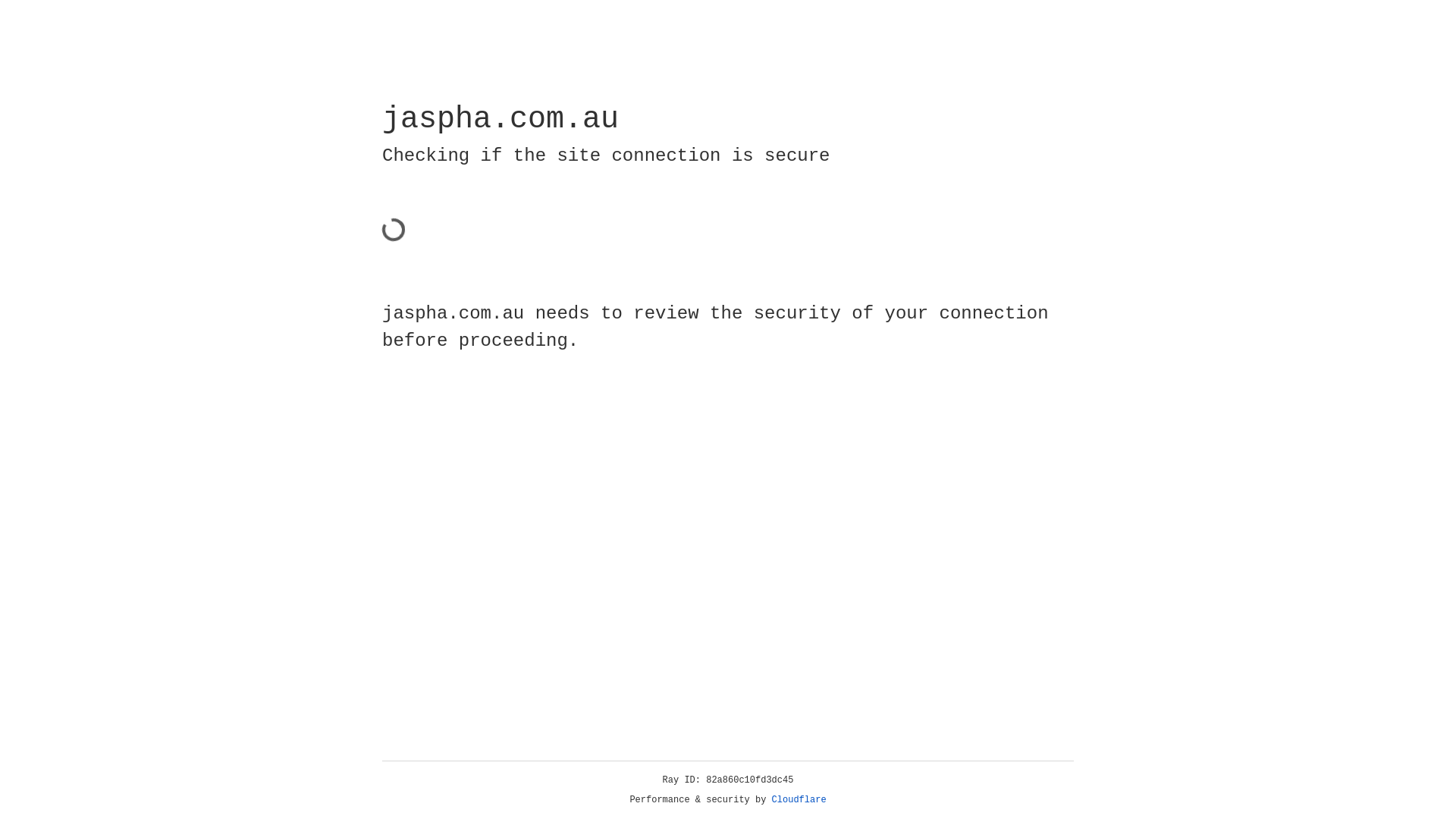  What do you see at coordinates (799, 799) in the screenshot?
I see `'Cloudflare'` at bounding box center [799, 799].